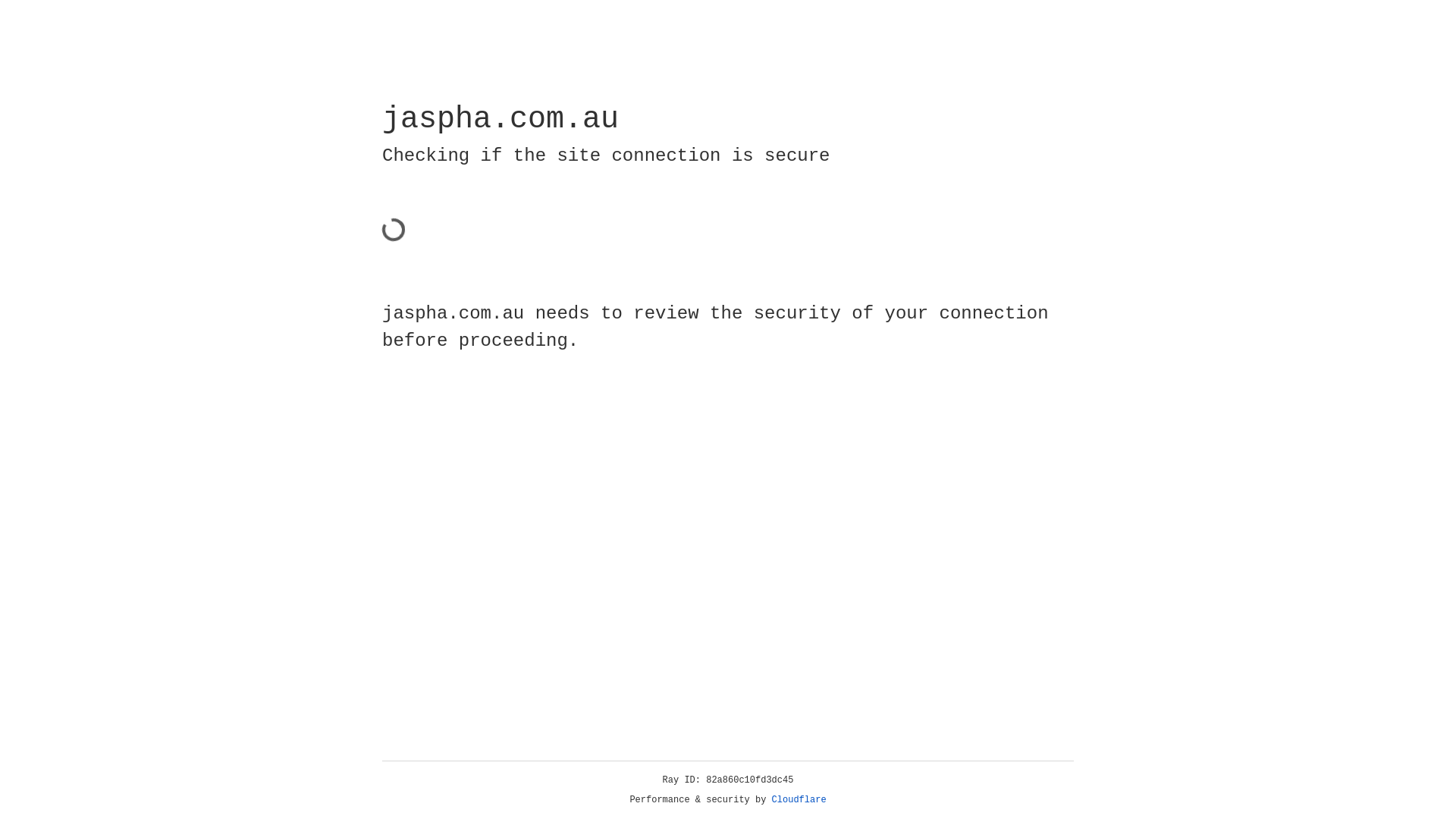  What do you see at coordinates (799, 799) in the screenshot?
I see `'Cloudflare'` at bounding box center [799, 799].